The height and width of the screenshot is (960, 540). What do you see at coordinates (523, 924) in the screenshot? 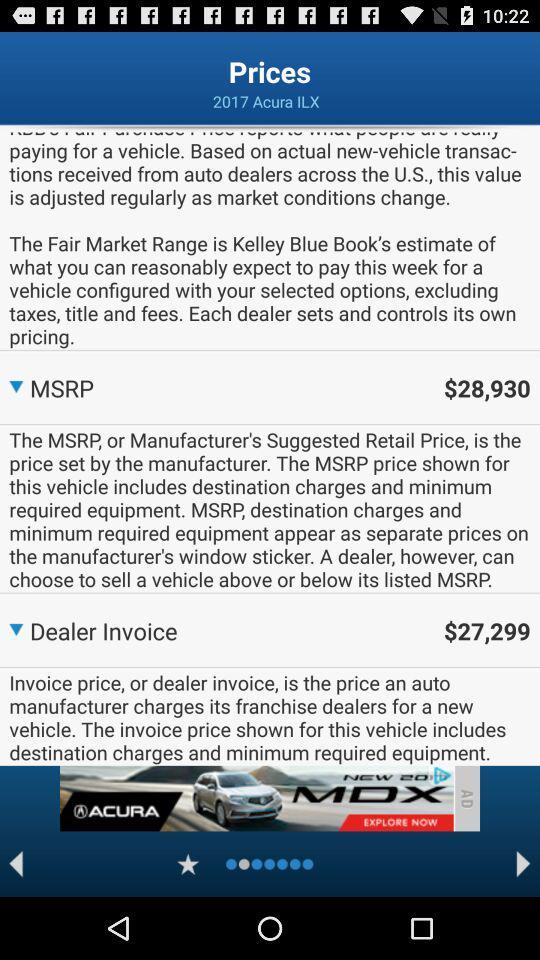
I see `the play icon` at bounding box center [523, 924].